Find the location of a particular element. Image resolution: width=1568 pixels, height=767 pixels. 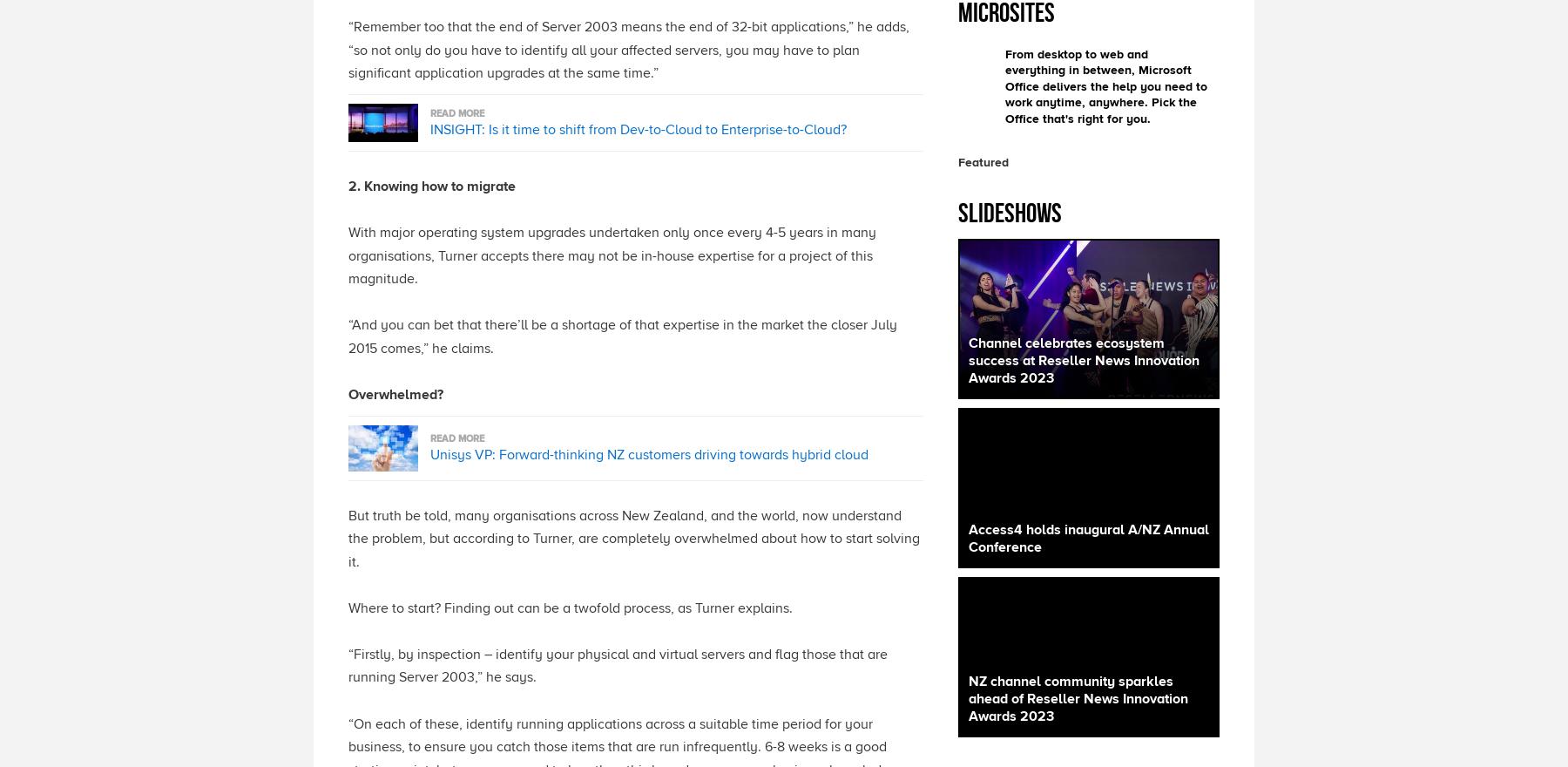

'Overwhelmed?' is located at coordinates (395, 394).